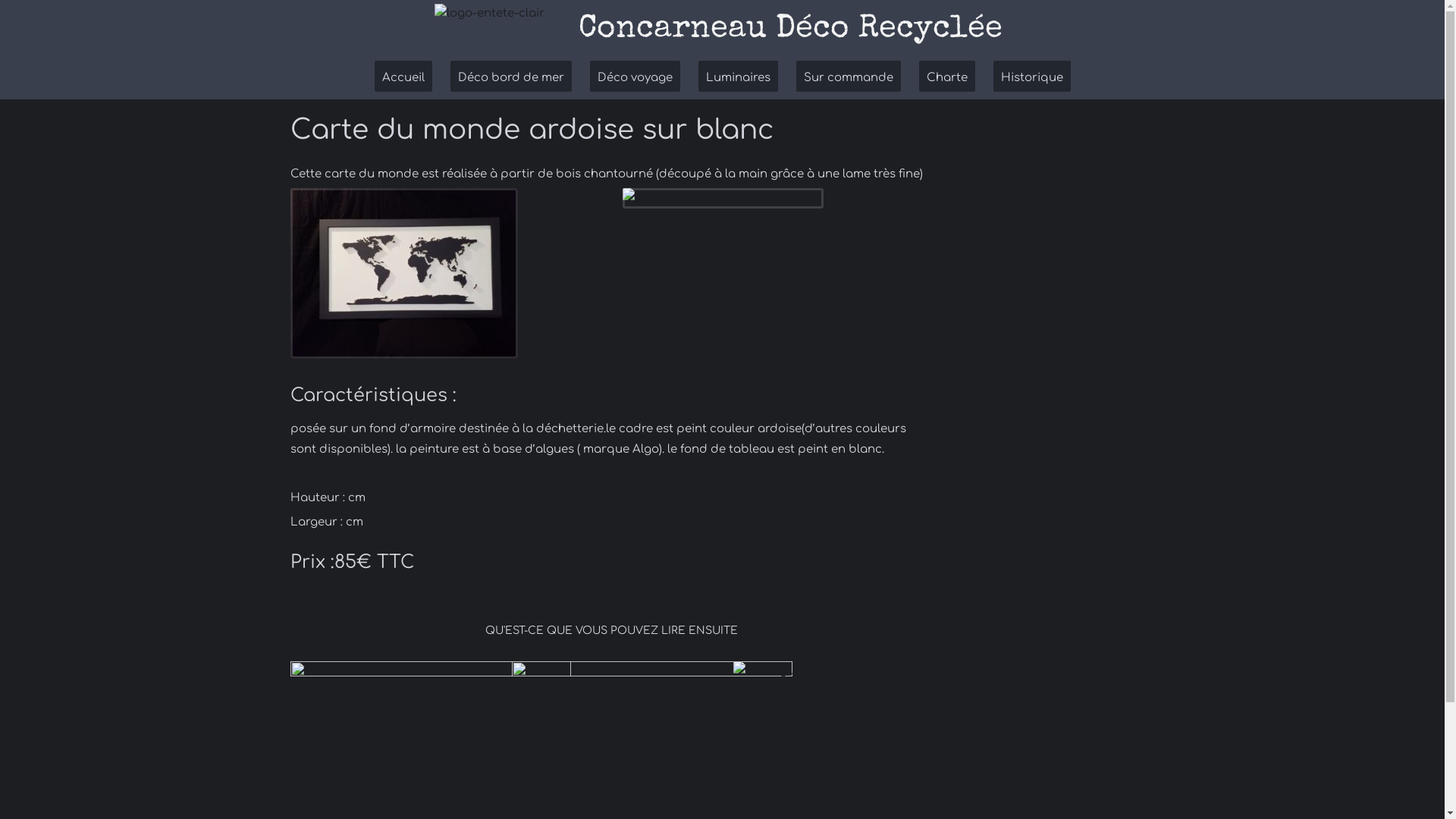  I want to click on 'Accueil', so click(403, 77).